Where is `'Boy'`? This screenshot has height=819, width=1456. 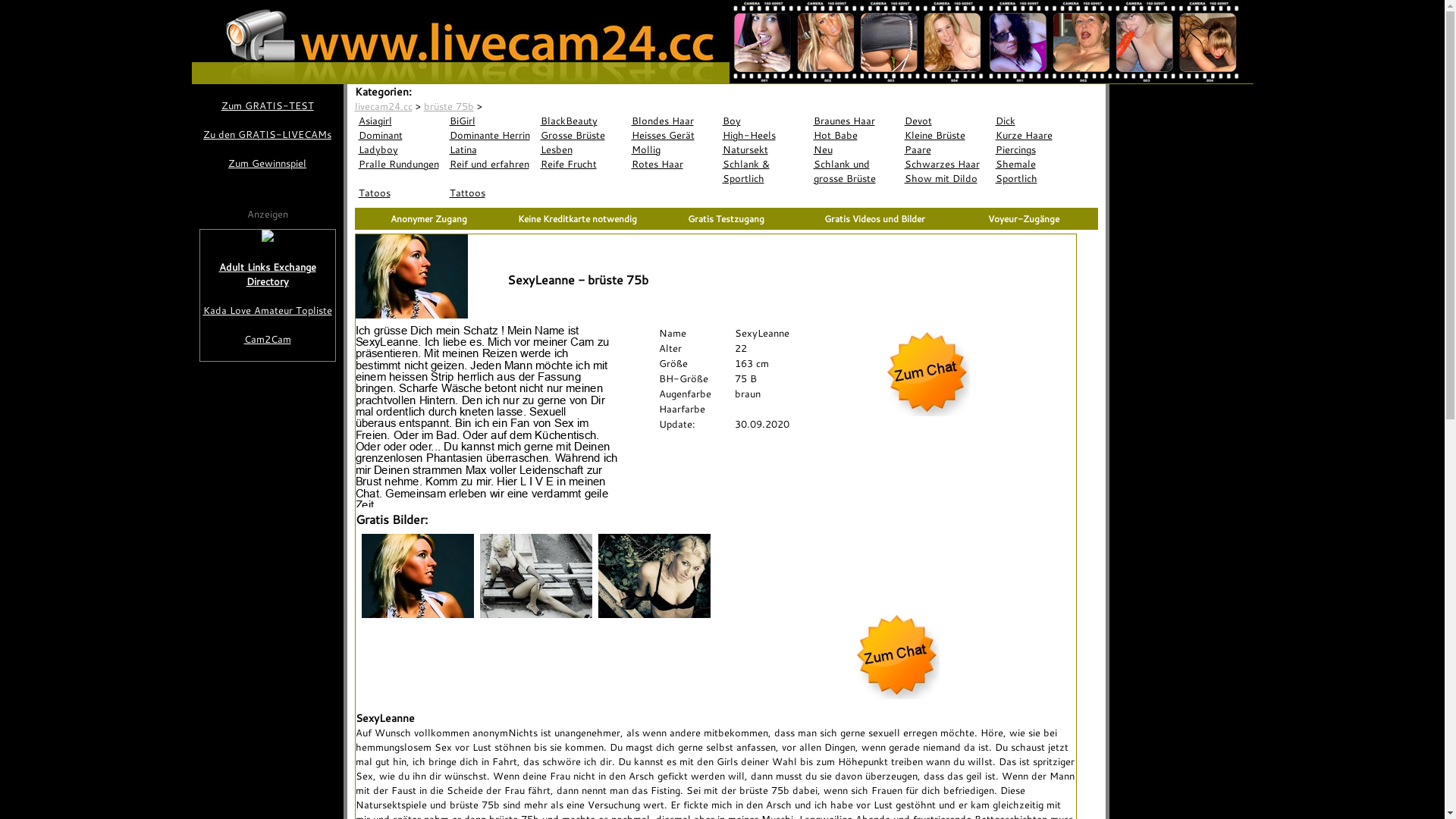
'Boy' is located at coordinates (764, 120).